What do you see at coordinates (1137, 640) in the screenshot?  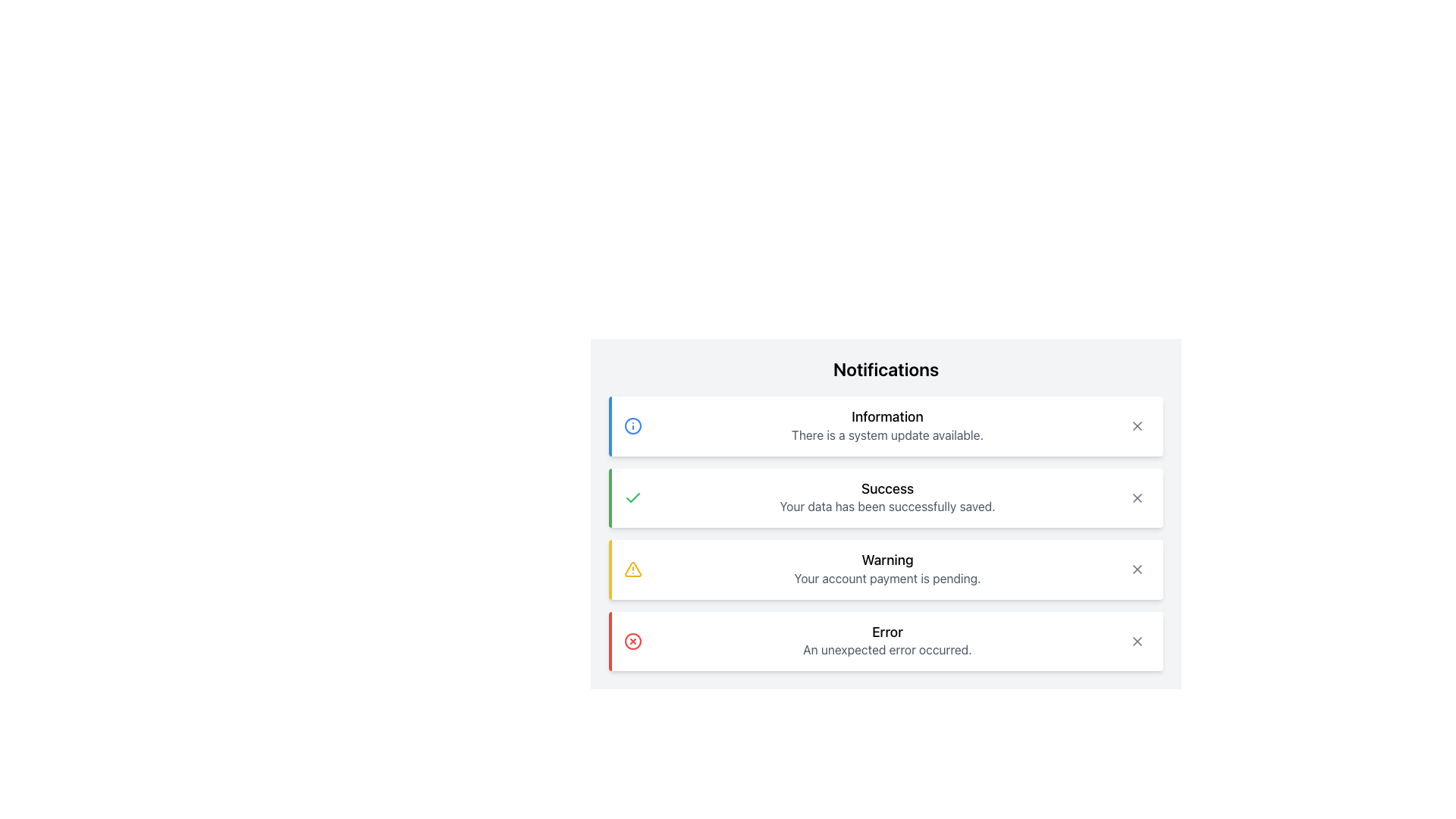 I see `the 'X' icon in the bottom-right corner of the 'Error' notification card` at bounding box center [1137, 640].